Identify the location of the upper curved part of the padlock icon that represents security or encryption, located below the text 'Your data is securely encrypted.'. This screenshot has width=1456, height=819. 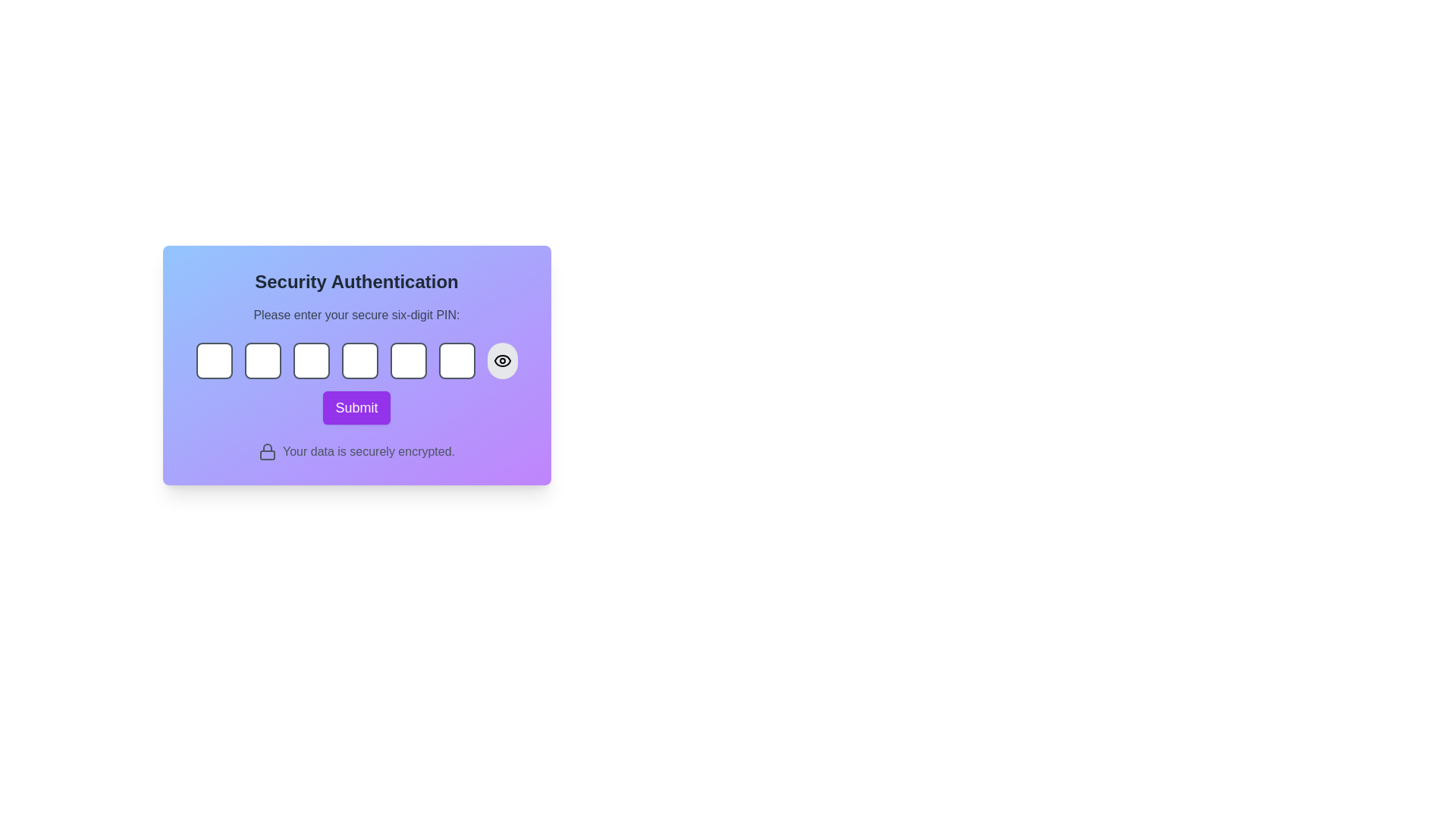
(267, 447).